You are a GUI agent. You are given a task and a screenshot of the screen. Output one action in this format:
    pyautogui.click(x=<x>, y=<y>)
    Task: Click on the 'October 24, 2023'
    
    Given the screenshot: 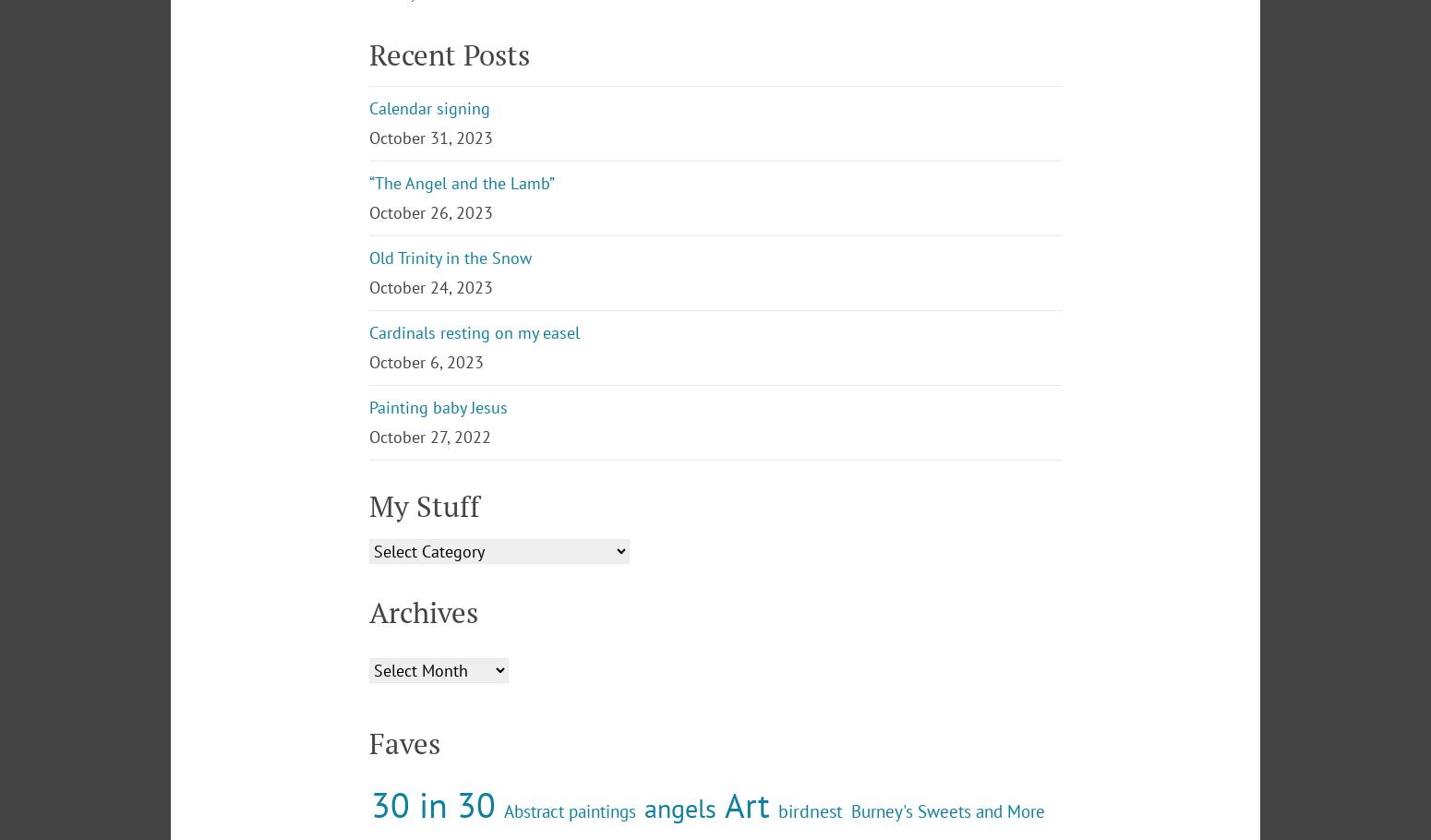 What is the action you would take?
    pyautogui.click(x=430, y=438)
    